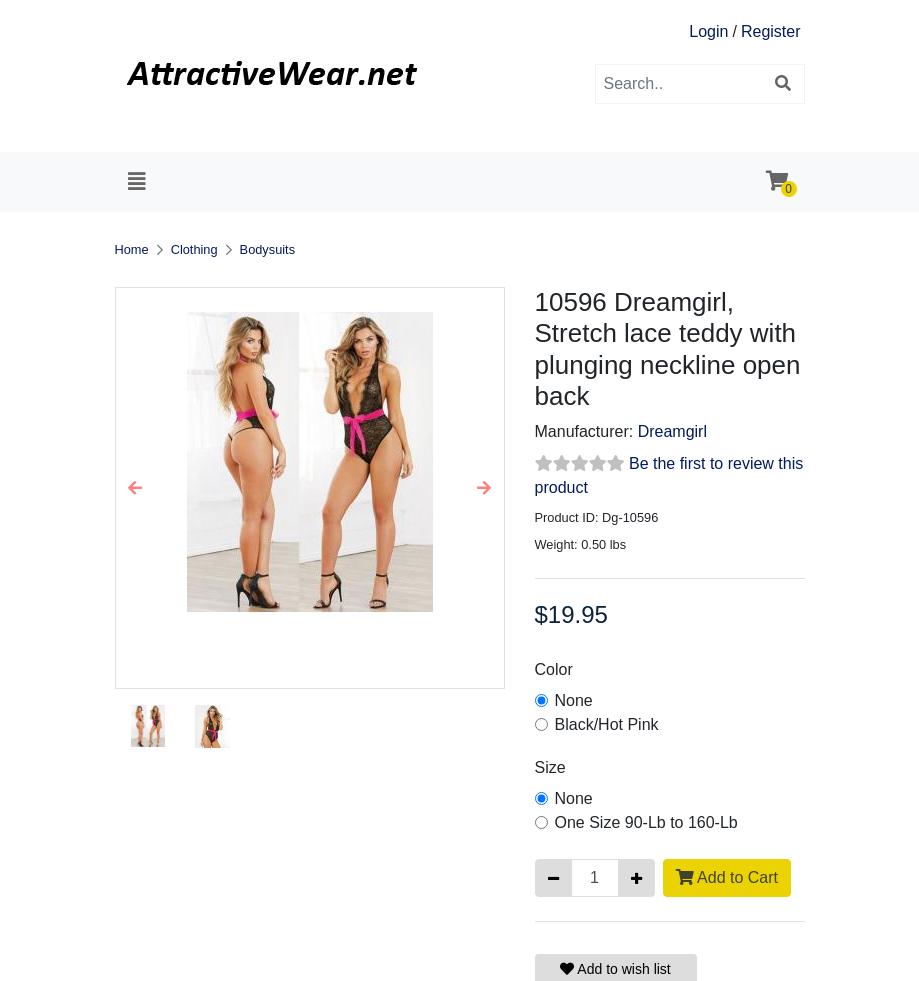 Image resolution: width=919 pixels, height=981 pixels. What do you see at coordinates (533, 516) in the screenshot?
I see `'Product ID: Dg-10596'` at bounding box center [533, 516].